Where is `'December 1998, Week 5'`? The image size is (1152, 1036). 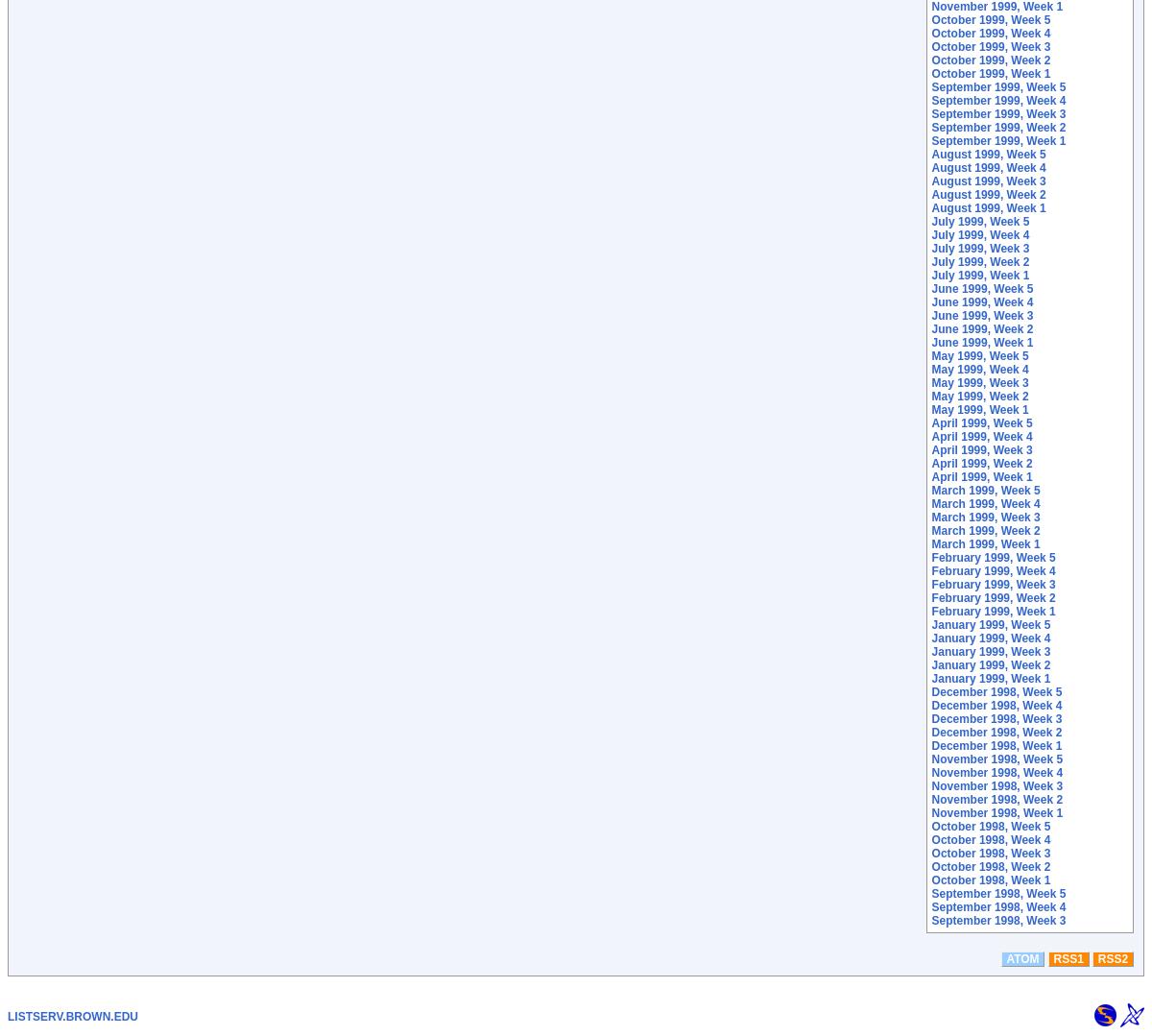 'December 1998, Week 5' is located at coordinates (930, 690).